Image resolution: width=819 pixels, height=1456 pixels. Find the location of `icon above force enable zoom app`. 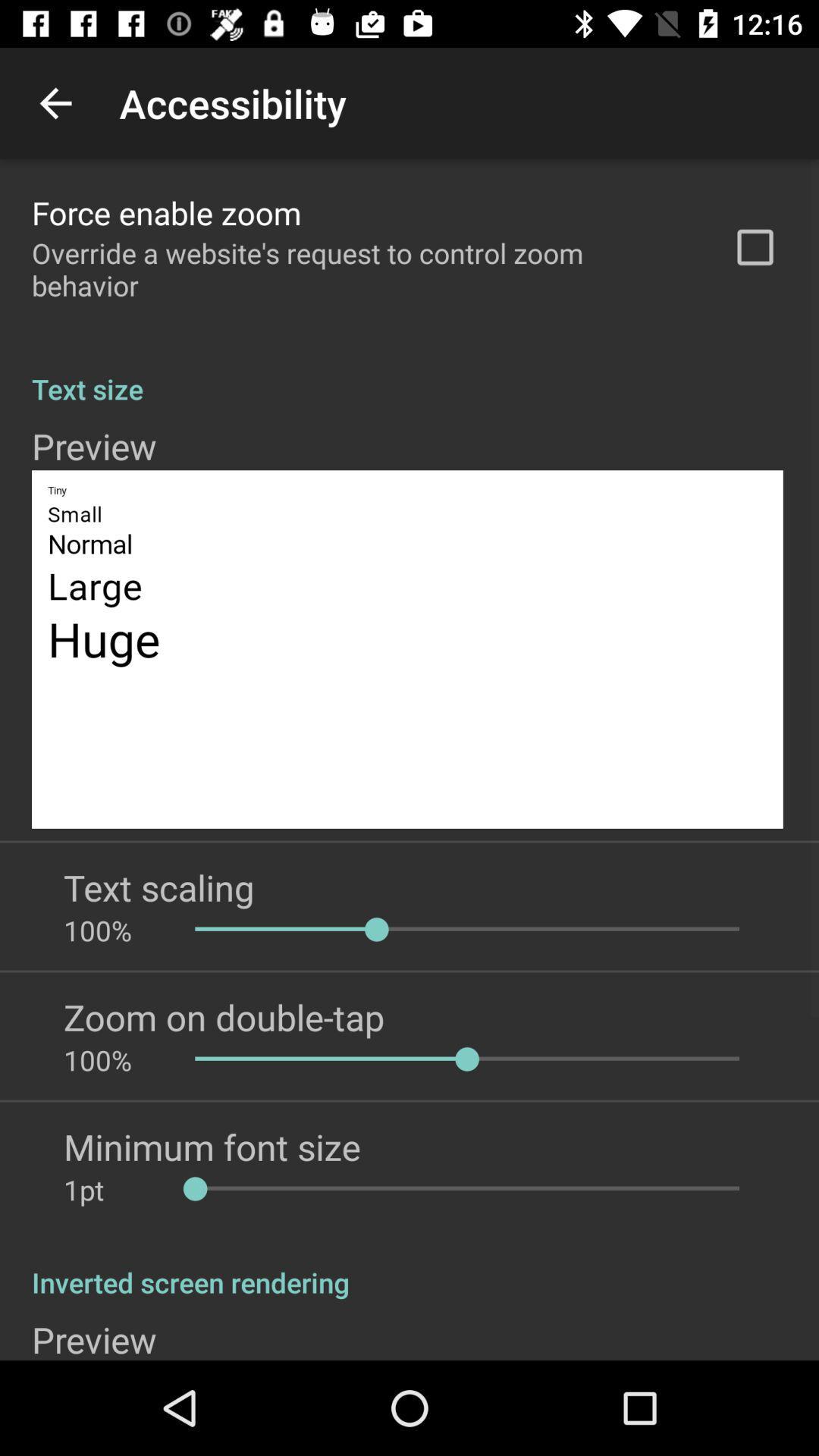

icon above force enable zoom app is located at coordinates (55, 102).